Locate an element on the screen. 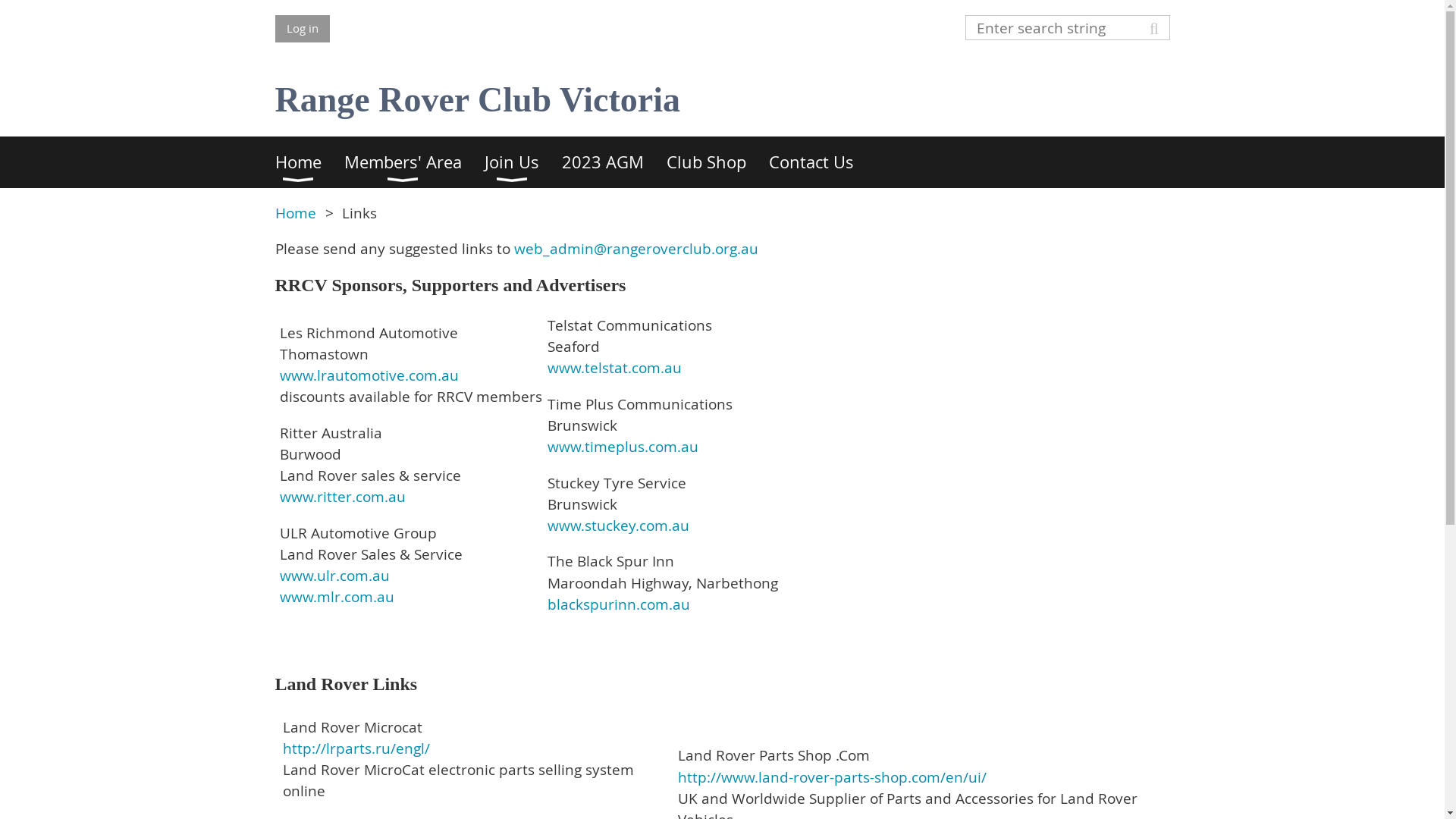 Image resolution: width=1456 pixels, height=819 pixels. 'www.telstat.com.au' is located at coordinates (614, 368).